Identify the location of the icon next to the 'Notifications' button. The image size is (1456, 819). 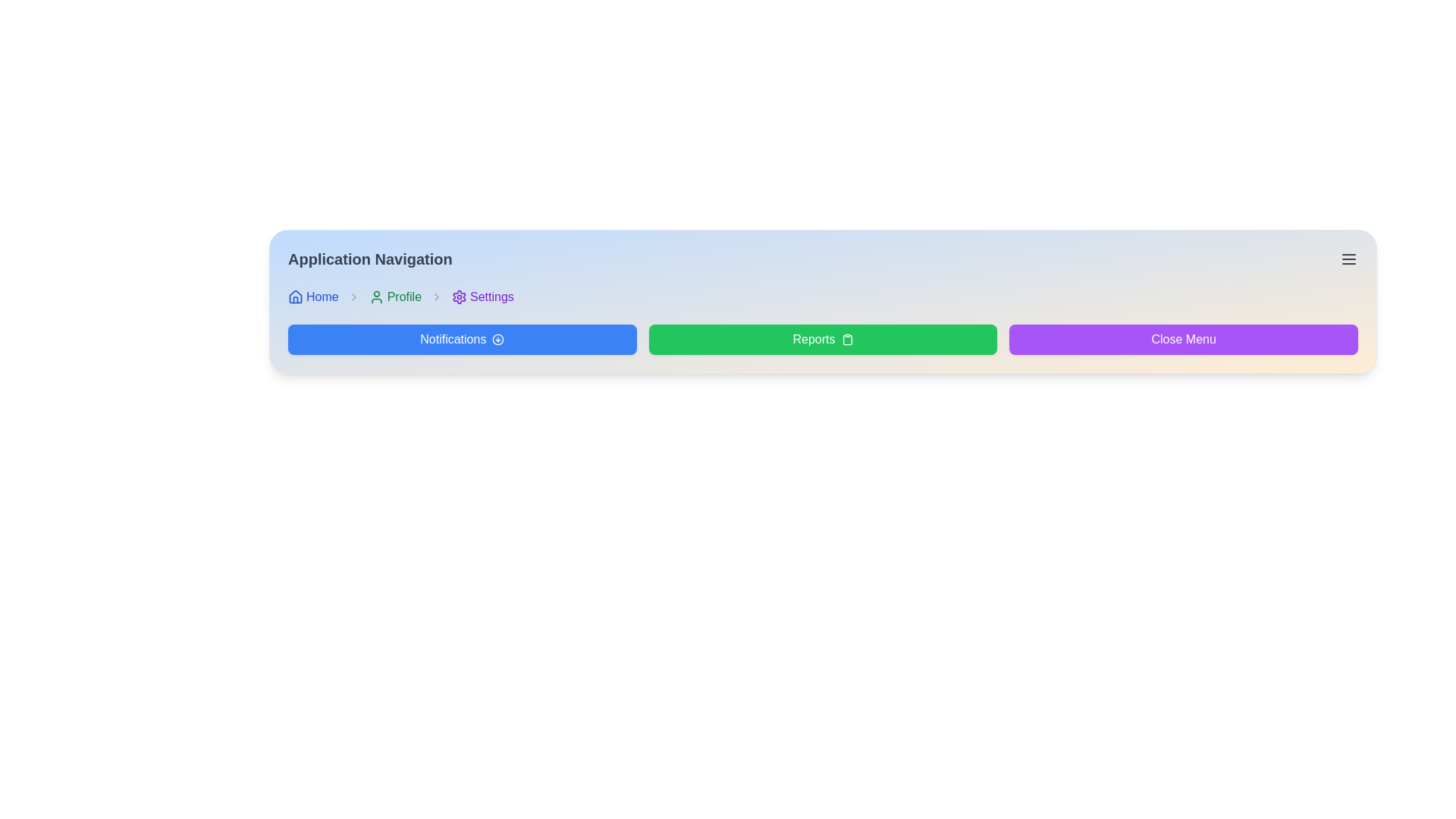
(498, 338).